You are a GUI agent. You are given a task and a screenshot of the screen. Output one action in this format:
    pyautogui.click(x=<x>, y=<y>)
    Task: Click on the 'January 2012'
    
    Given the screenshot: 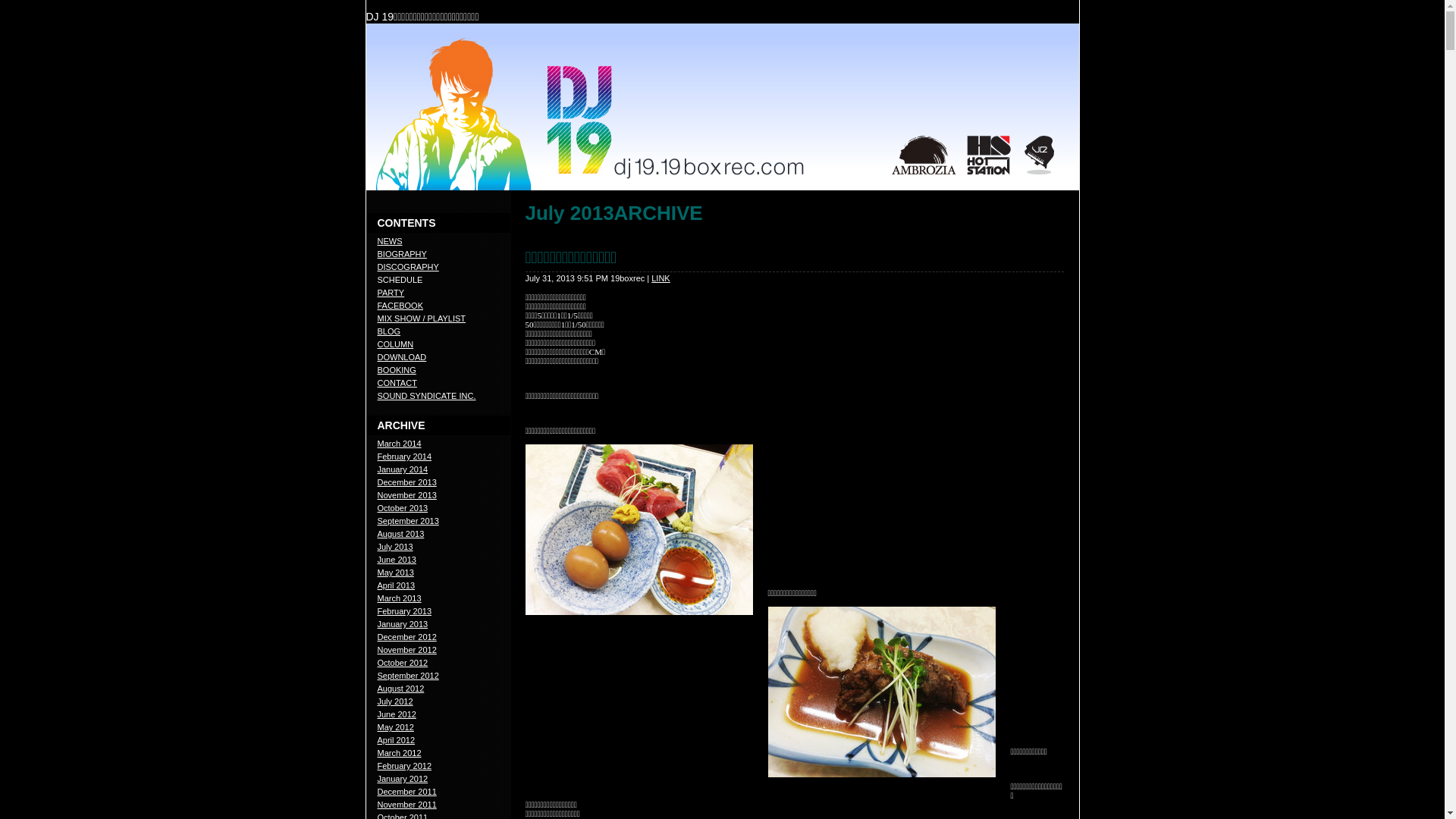 What is the action you would take?
    pyautogui.click(x=403, y=778)
    